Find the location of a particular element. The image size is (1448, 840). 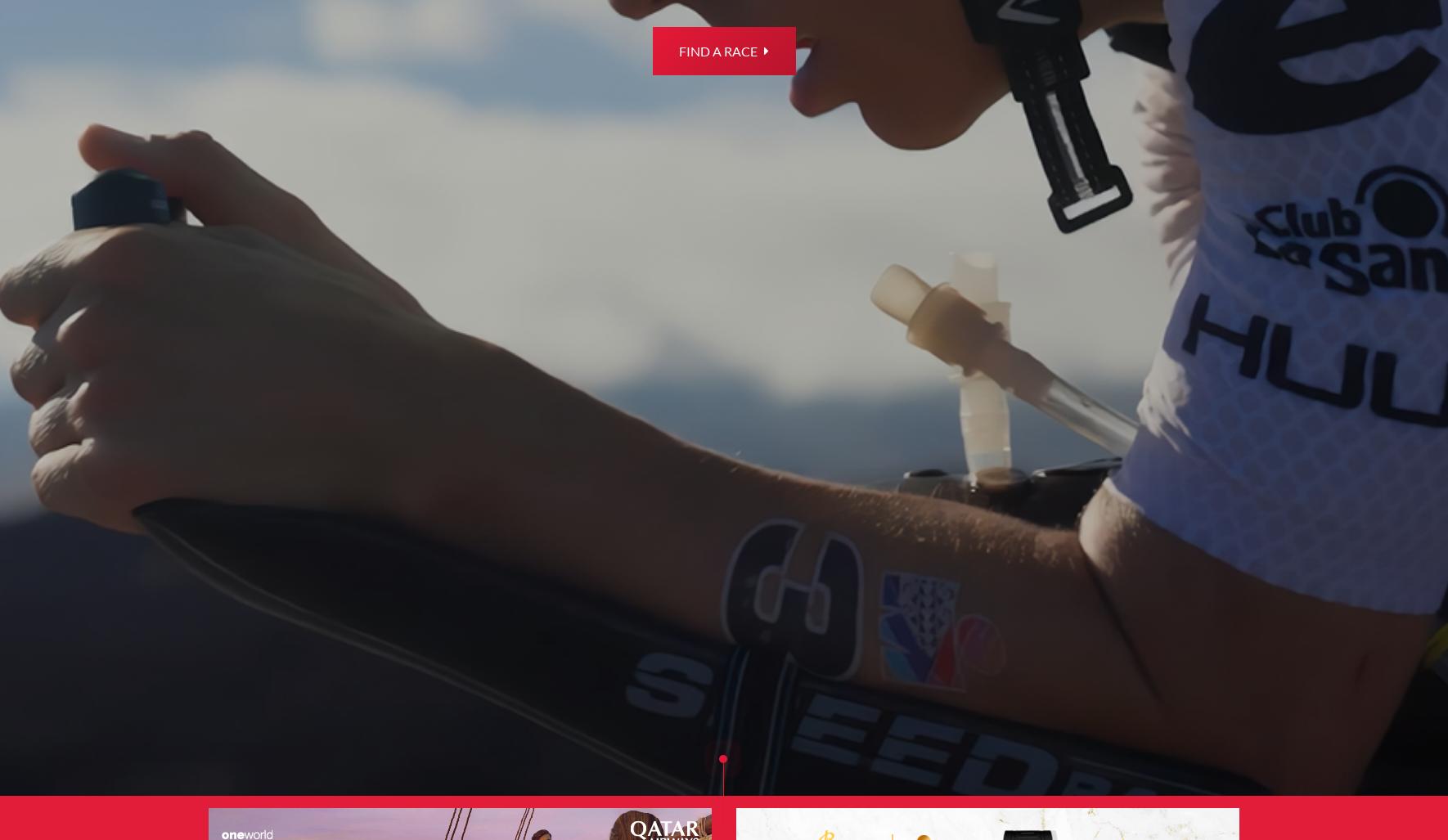

'Rules + Policies' is located at coordinates (622, 717).